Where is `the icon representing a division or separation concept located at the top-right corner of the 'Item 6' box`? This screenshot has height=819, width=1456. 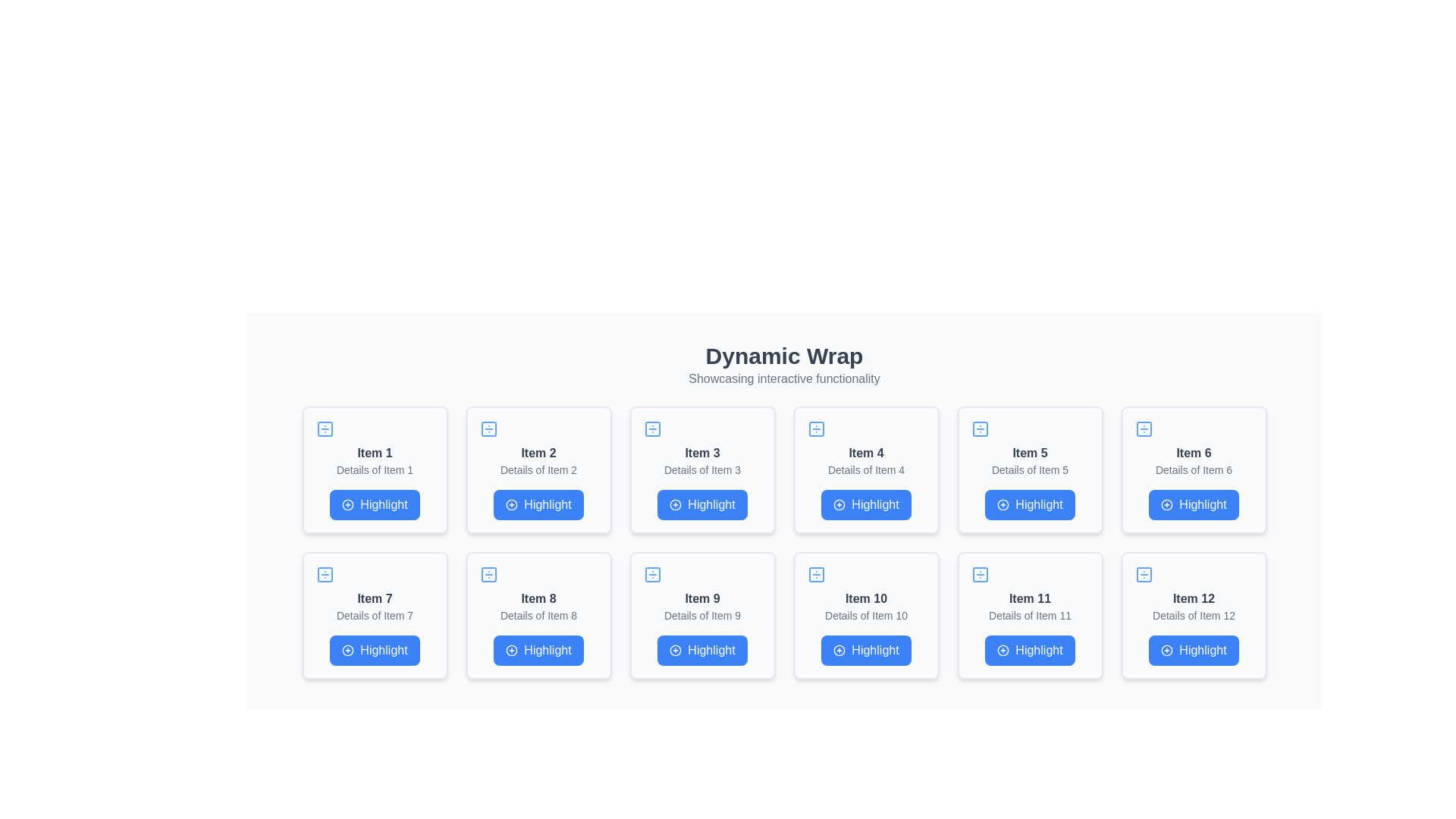 the icon representing a division or separation concept located at the top-right corner of the 'Item 6' box is located at coordinates (1144, 429).